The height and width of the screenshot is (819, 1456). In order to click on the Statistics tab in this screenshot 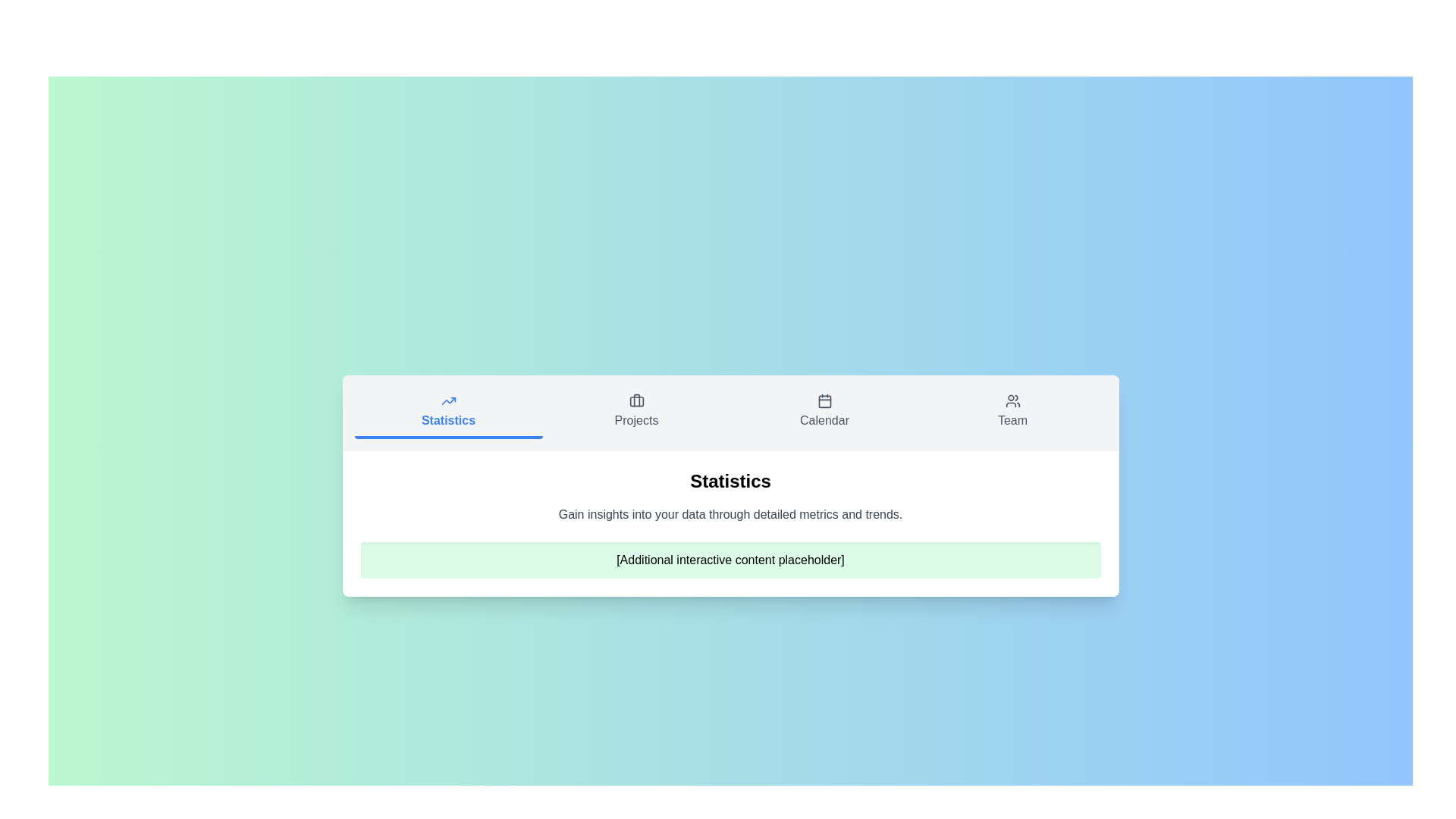, I will do `click(447, 413)`.